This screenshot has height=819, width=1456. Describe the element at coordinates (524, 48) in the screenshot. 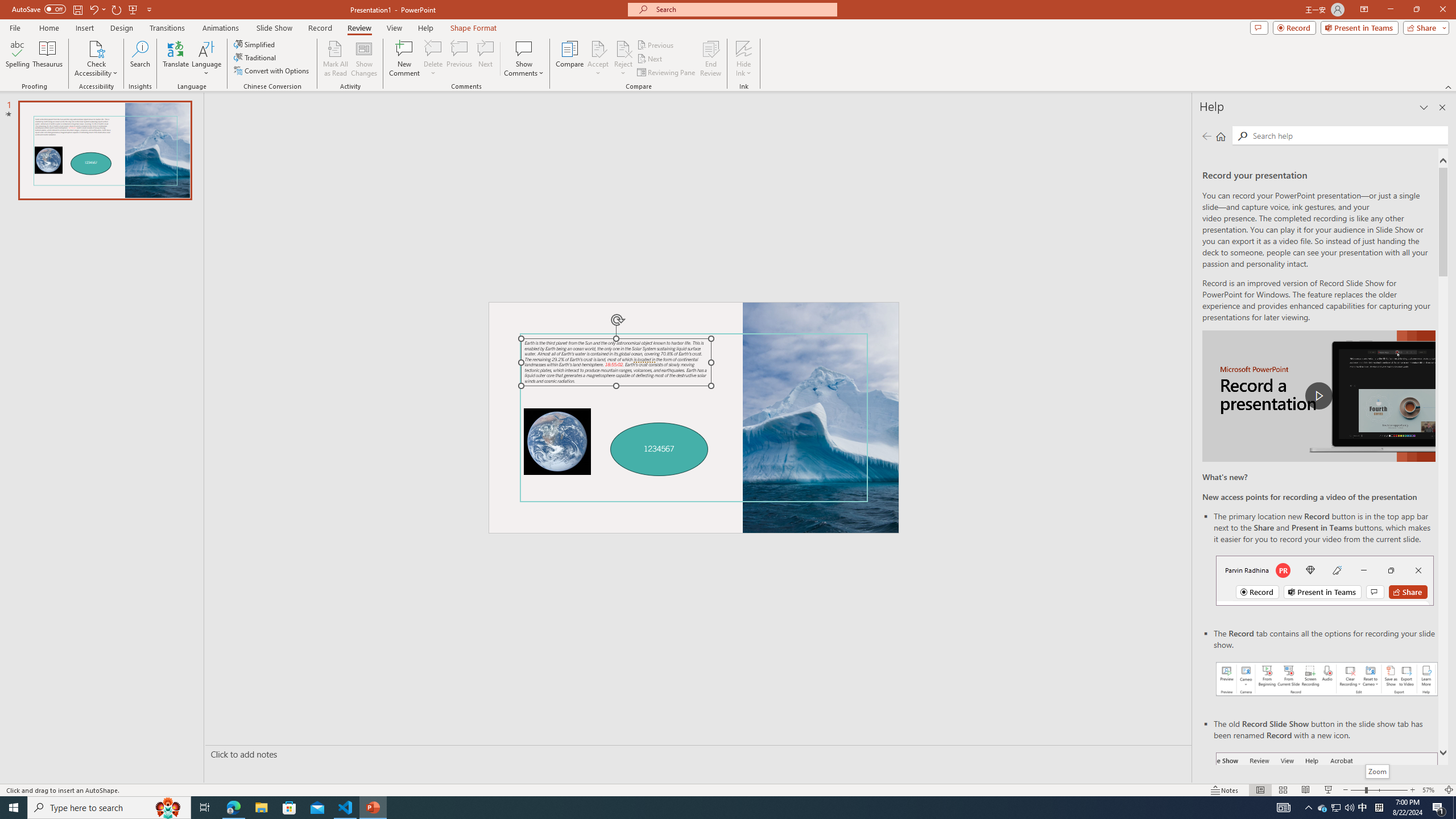

I see `'Show Comments'` at that location.